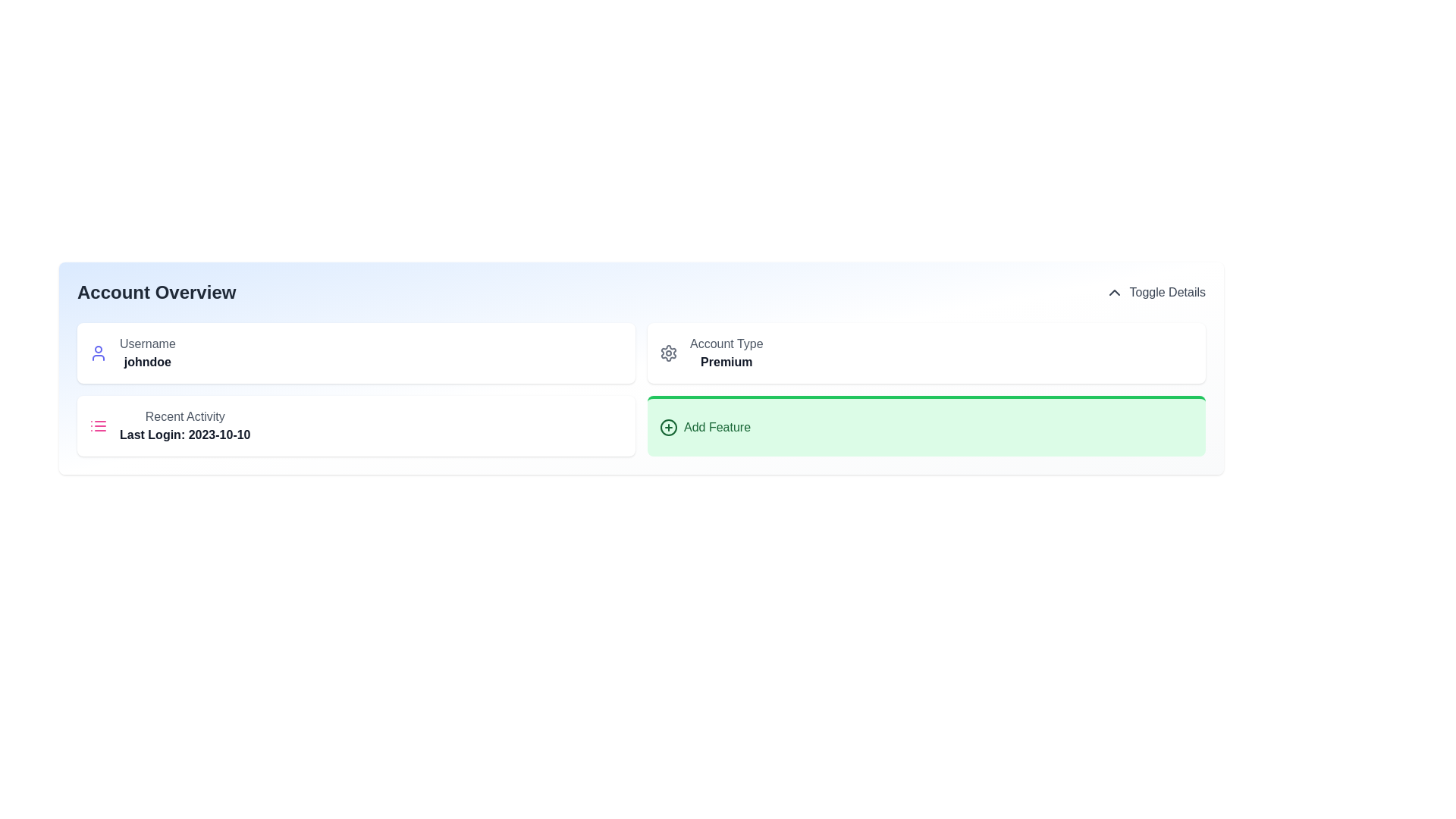 This screenshot has width=1456, height=819. Describe the element at coordinates (668, 353) in the screenshot. I see `the gear-shaped icon with a gray outline located to the left of the 'Account Type' label indicating 'Premium'` at that location.